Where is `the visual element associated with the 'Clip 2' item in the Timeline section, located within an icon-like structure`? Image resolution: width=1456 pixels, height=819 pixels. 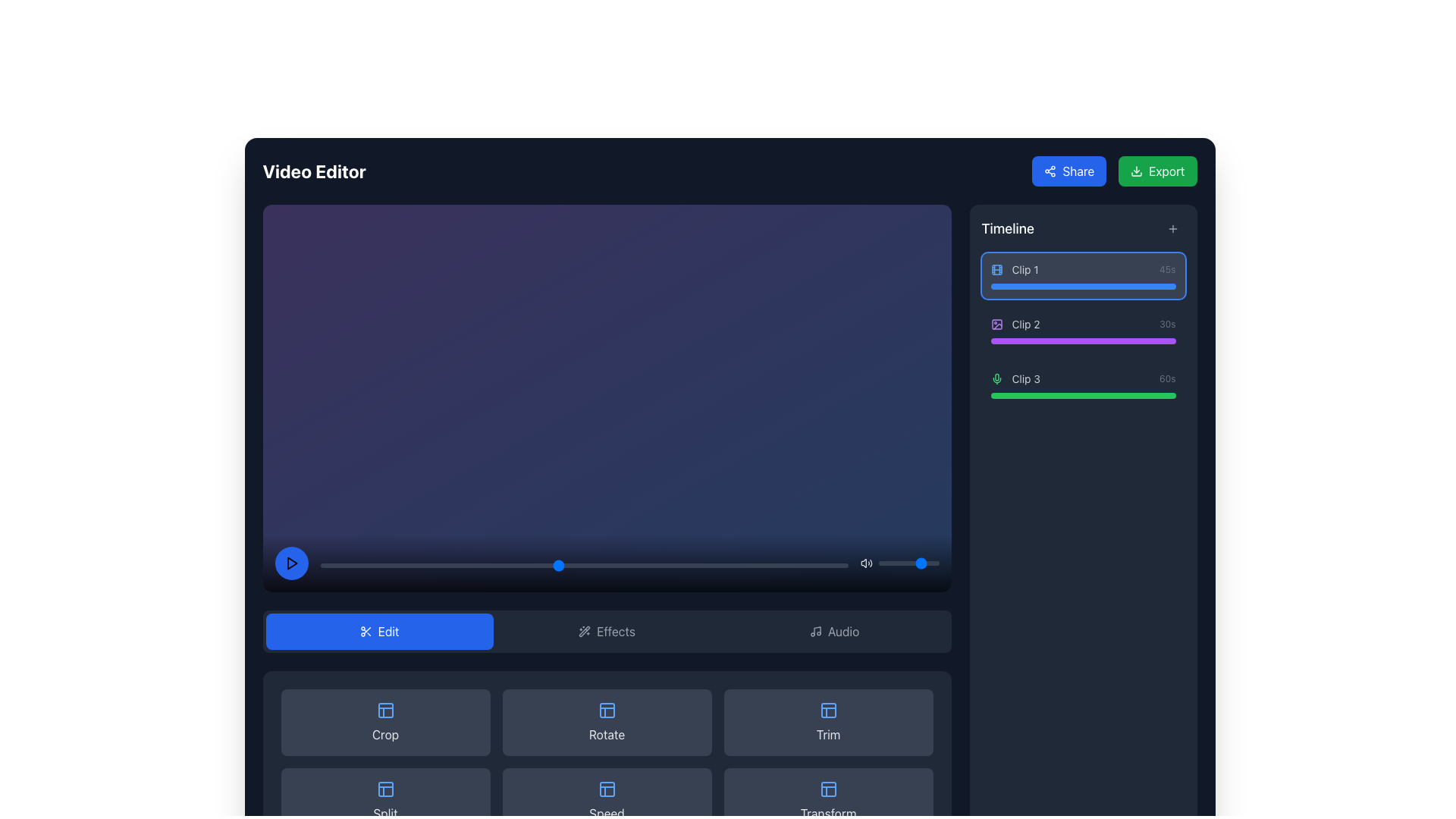
the visual element associated with the 'Clip 2' item in the Timeline section, located within an icon-like structure is located at coordinates (996, 324).